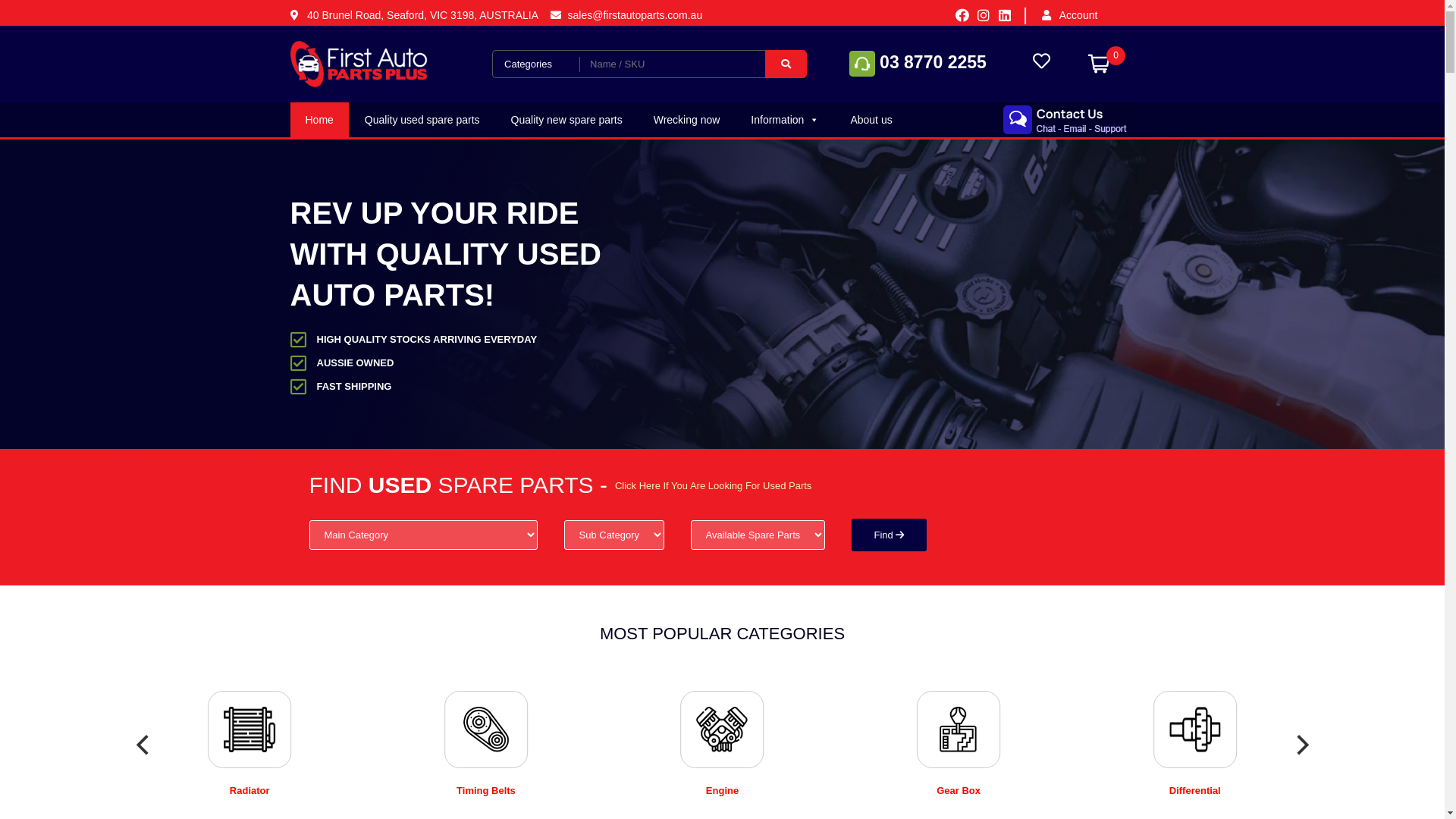 Image resolution: width=1456 pixels, height=819 pixels. Describe the element at coordinates (615, 485) in the screenshot. I see `'Click Here If You Are Looking For Used Parts'` at that location.